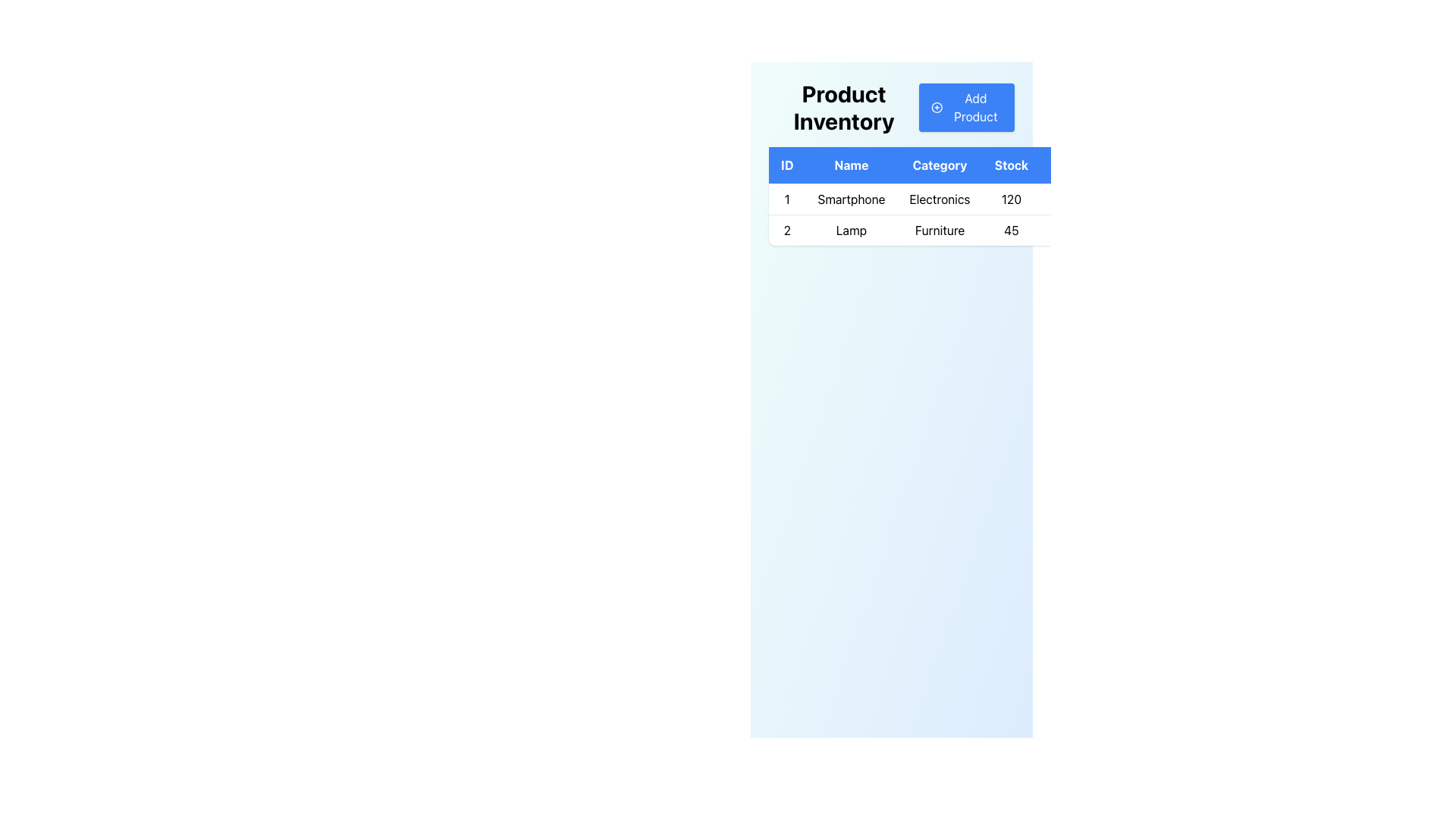 This screenshot has width=1456, height=819. Describe the element at coordinates (939, 230) in the screenshot. I see `the Text Label that displays the category of the item in the third cell of the second row under the 'Category' column, specifically below 'Electronics' and to the right of 'Lamp'` at that location.